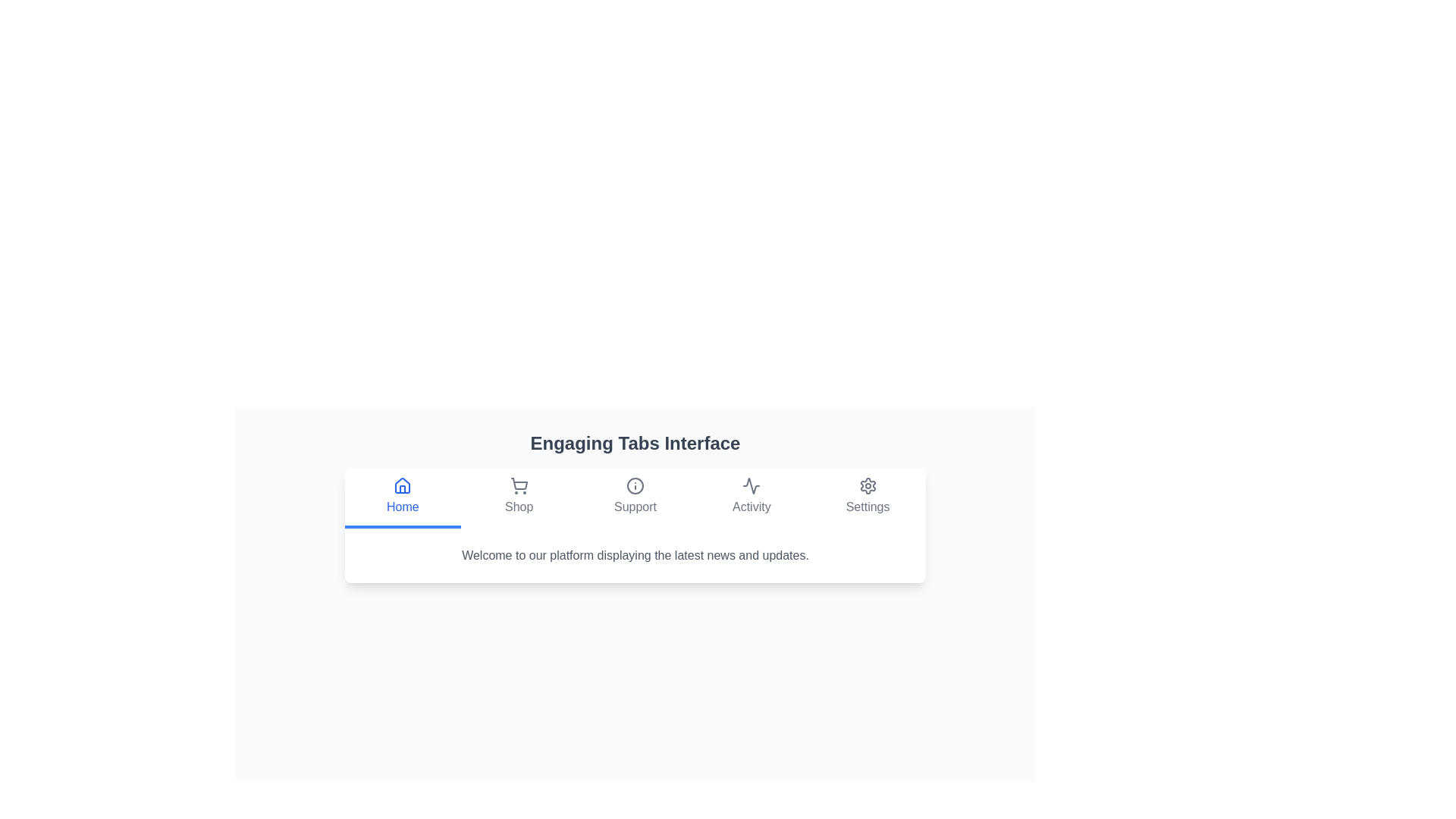  I want to click on the 'Support' text label located centrally in the navigation menu, so click(635, 507).